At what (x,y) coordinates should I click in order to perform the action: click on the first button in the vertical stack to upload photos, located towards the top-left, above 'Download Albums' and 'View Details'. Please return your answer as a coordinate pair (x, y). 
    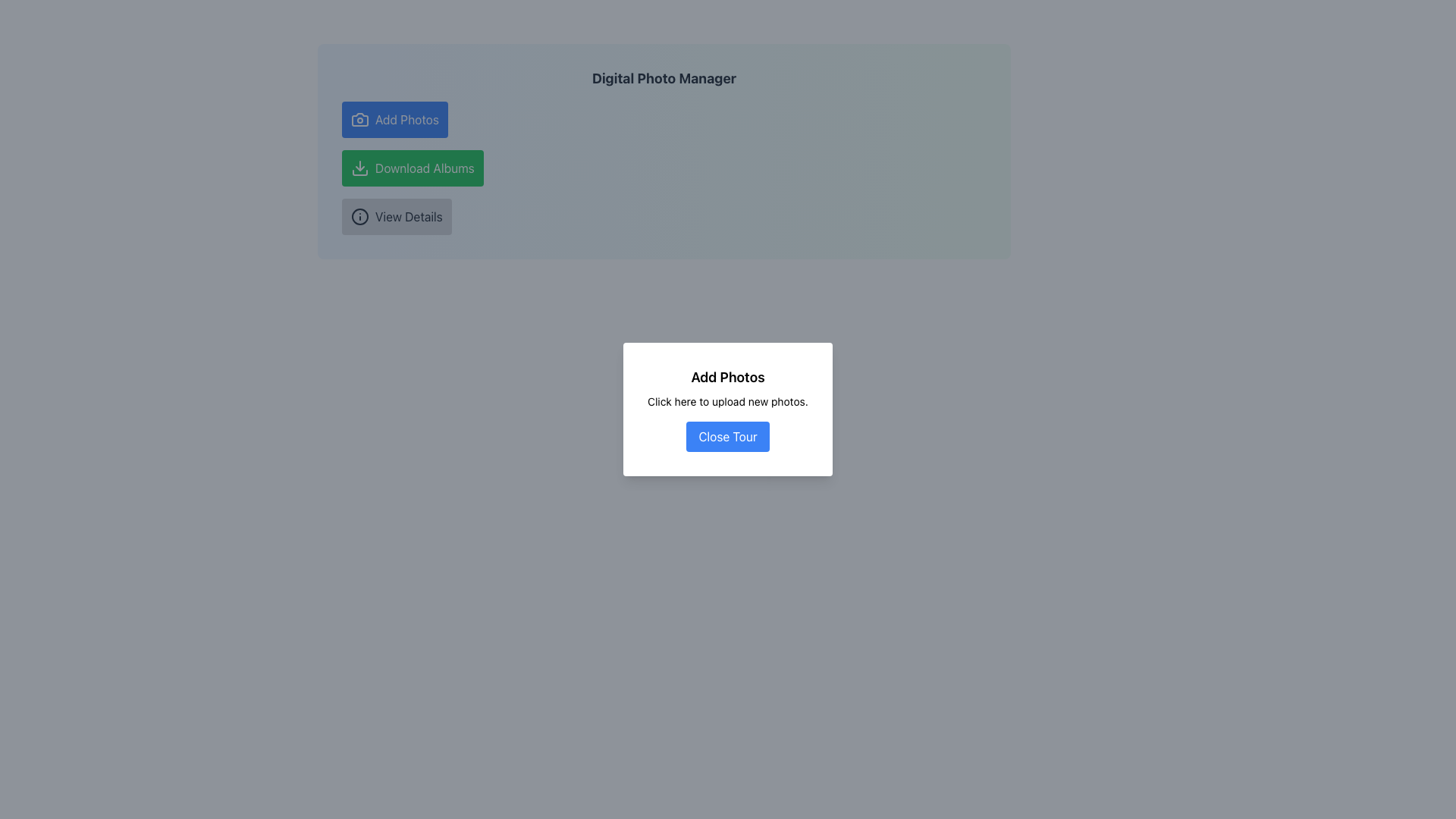
    Looking at the image, I should click on (394, 119).